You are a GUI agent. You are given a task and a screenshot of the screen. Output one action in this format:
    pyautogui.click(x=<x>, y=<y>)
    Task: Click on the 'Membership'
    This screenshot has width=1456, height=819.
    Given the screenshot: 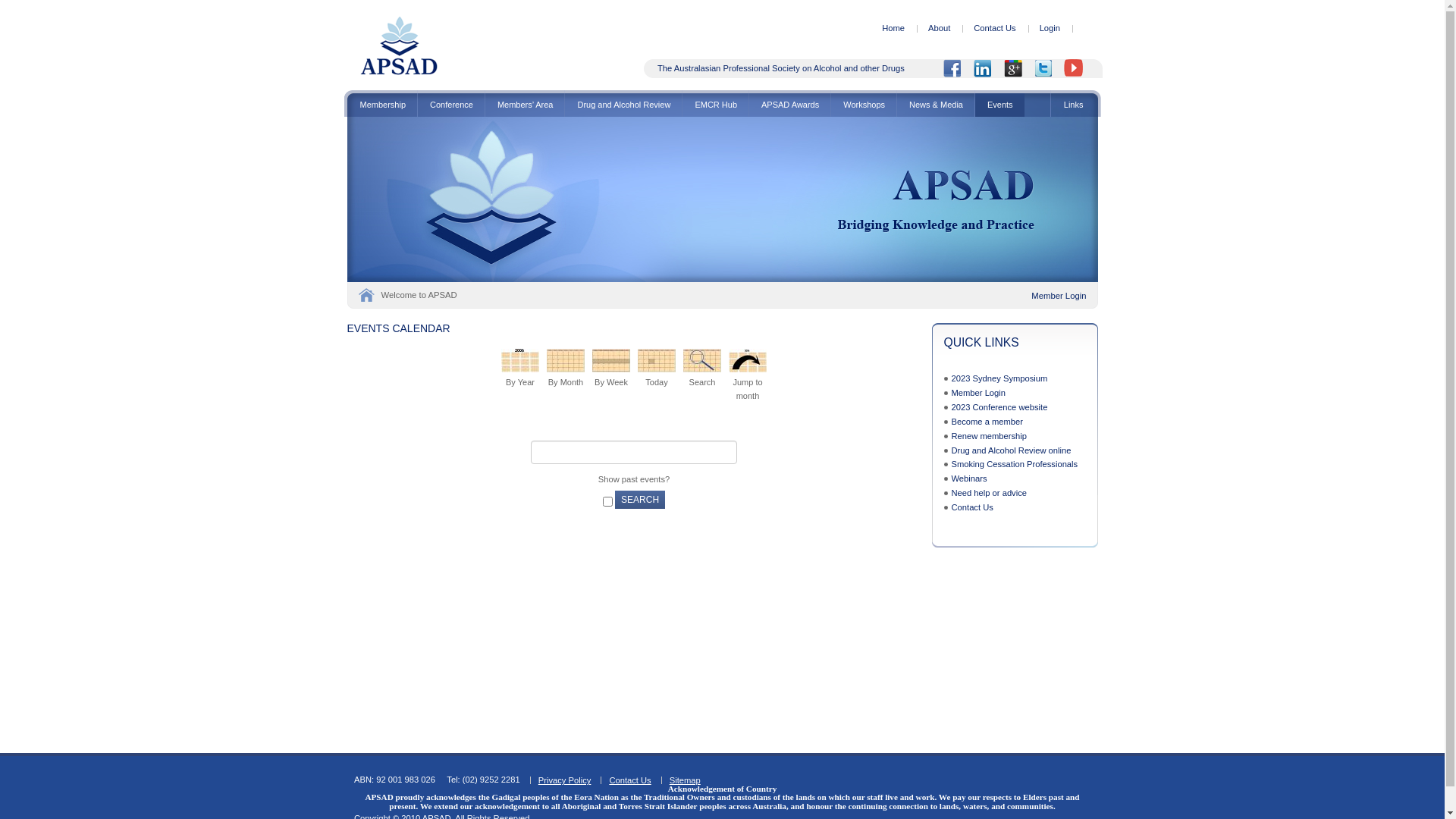 What is the action you would take?
    pyautogui.click(x=382, y=104)
    